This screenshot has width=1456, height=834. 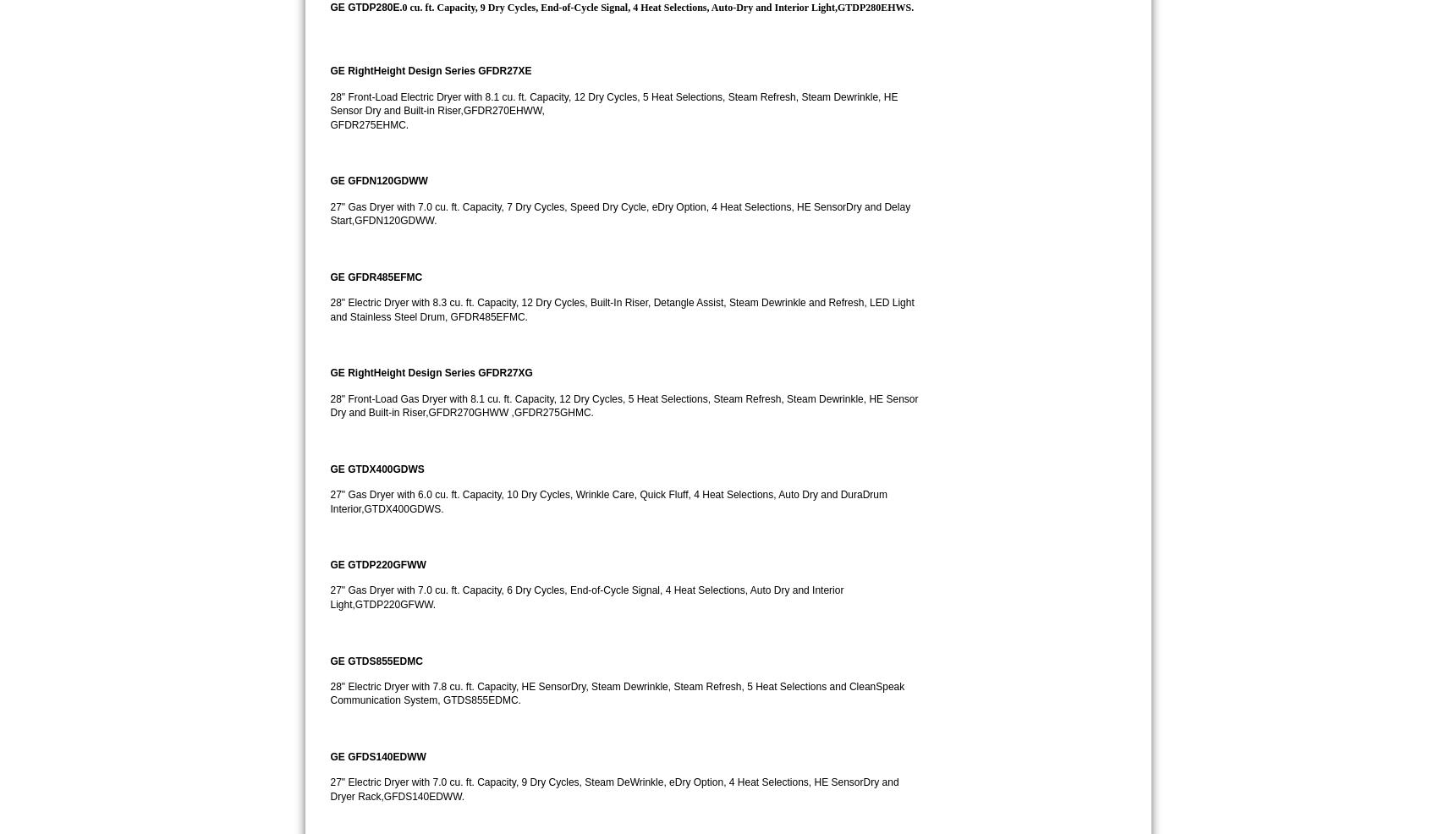 What do you see at coordinates (1083, 178) in the screenshot?
I see `'92197'` at bounding box center [1083, 178].